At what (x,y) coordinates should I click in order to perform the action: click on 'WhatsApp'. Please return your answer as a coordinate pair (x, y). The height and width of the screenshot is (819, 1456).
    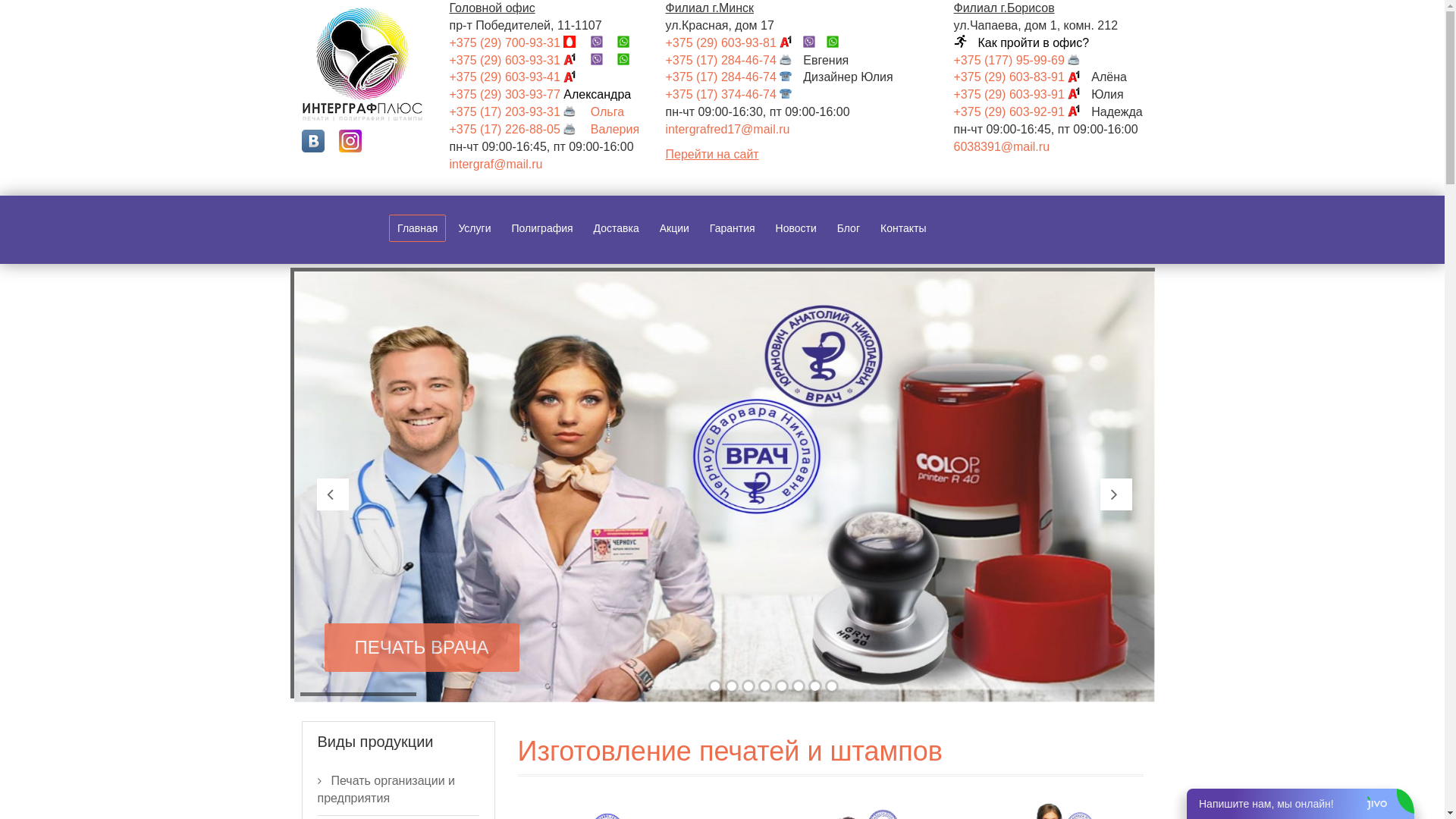
    Looking at the image, I should click on (629, 42).